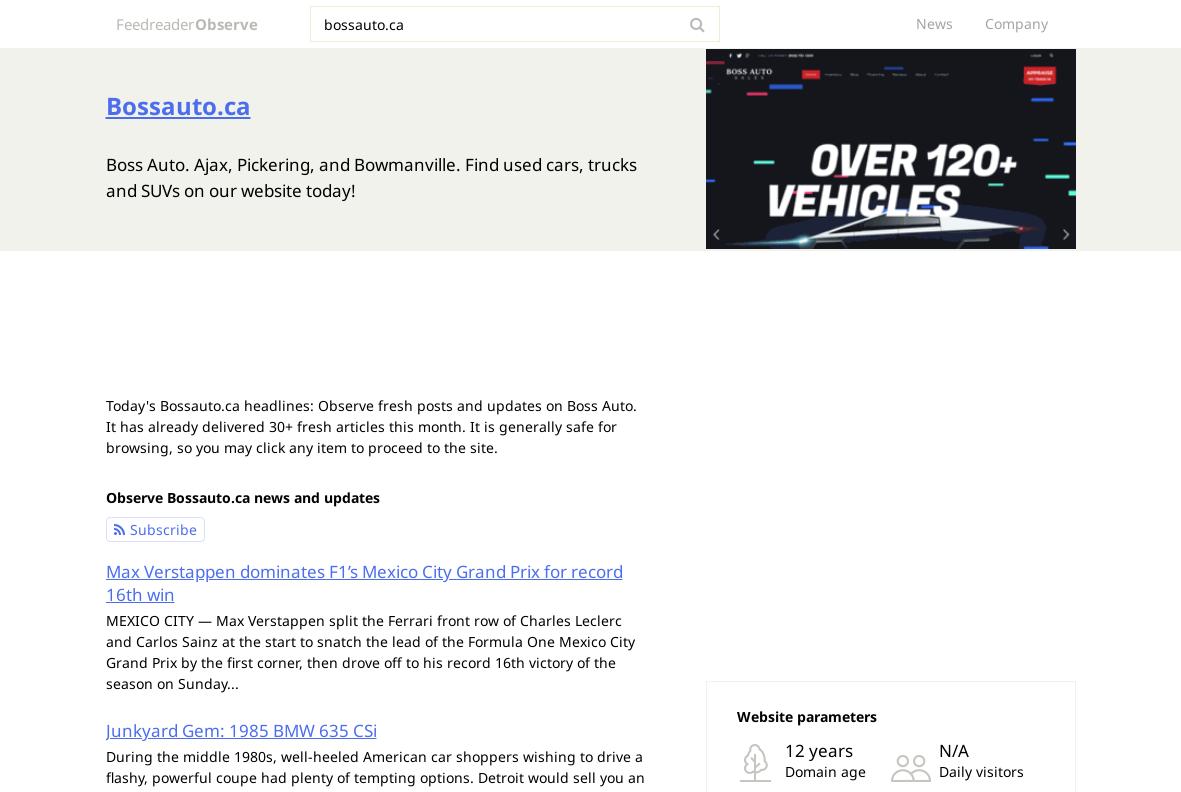 The width and height of the screenshot is (1181, 792). Describe the element at coordinates (951, 750) in the screenshot. I see `'N/A'` at that location.